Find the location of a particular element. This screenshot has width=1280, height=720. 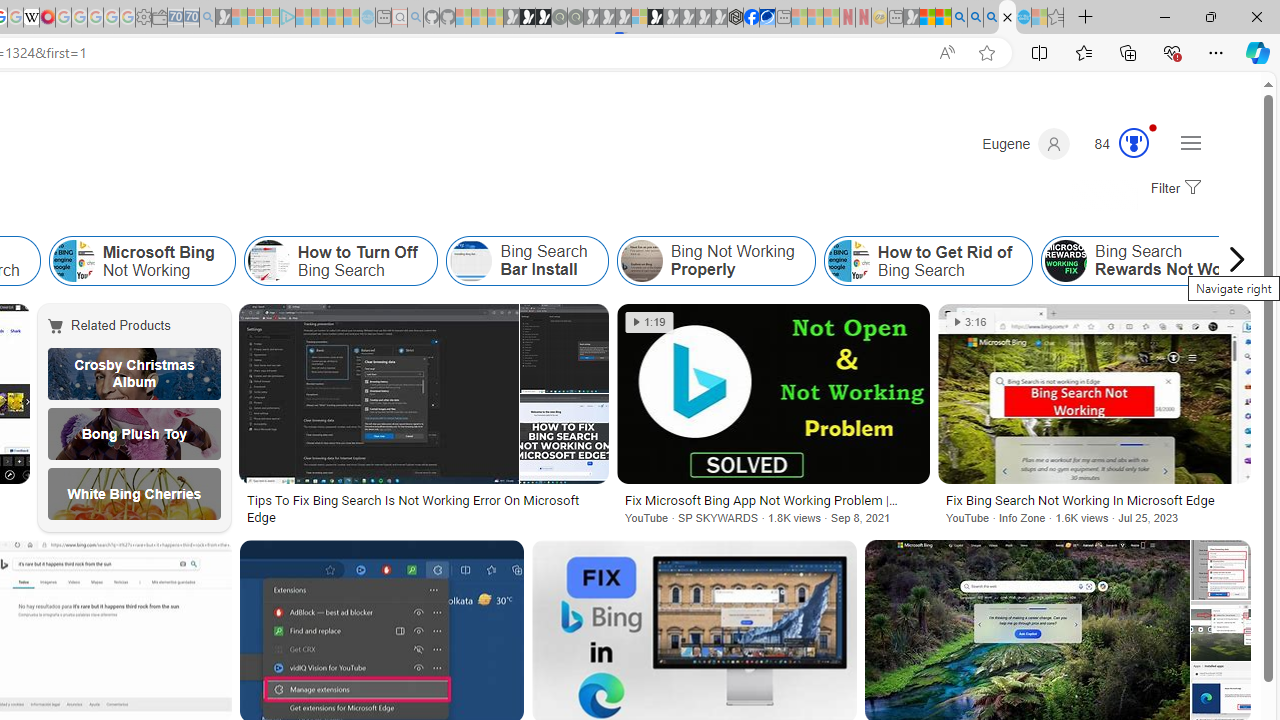

'Sign in to your account - Sleeping' is located at coordinates (638, 17).